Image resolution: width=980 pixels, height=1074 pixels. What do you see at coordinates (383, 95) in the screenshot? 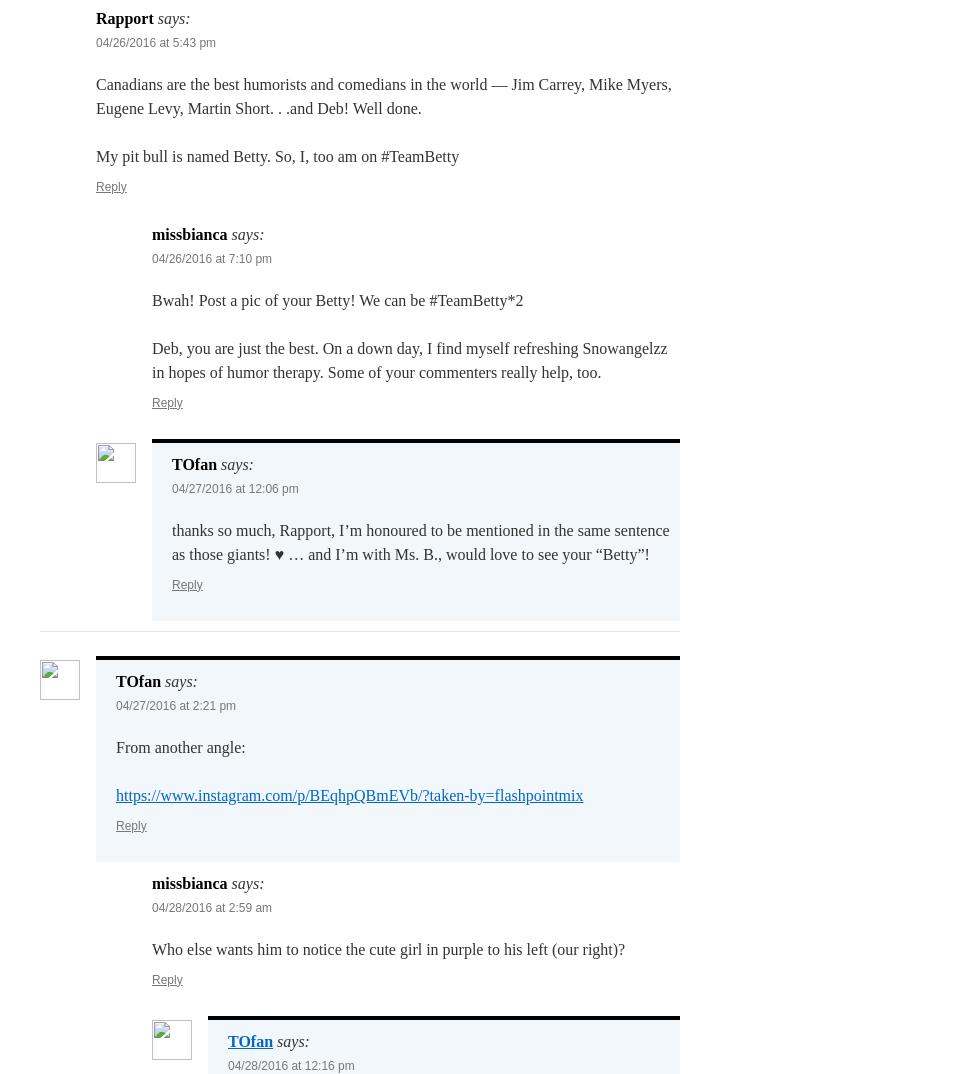
I see `'Canadians are the best humorists and comedians in the world — Jim Carrey, Mike Myers, Eugene Levy, Martin Short. . .and Deb!  Well done.'` at bounding box center [383, 95].